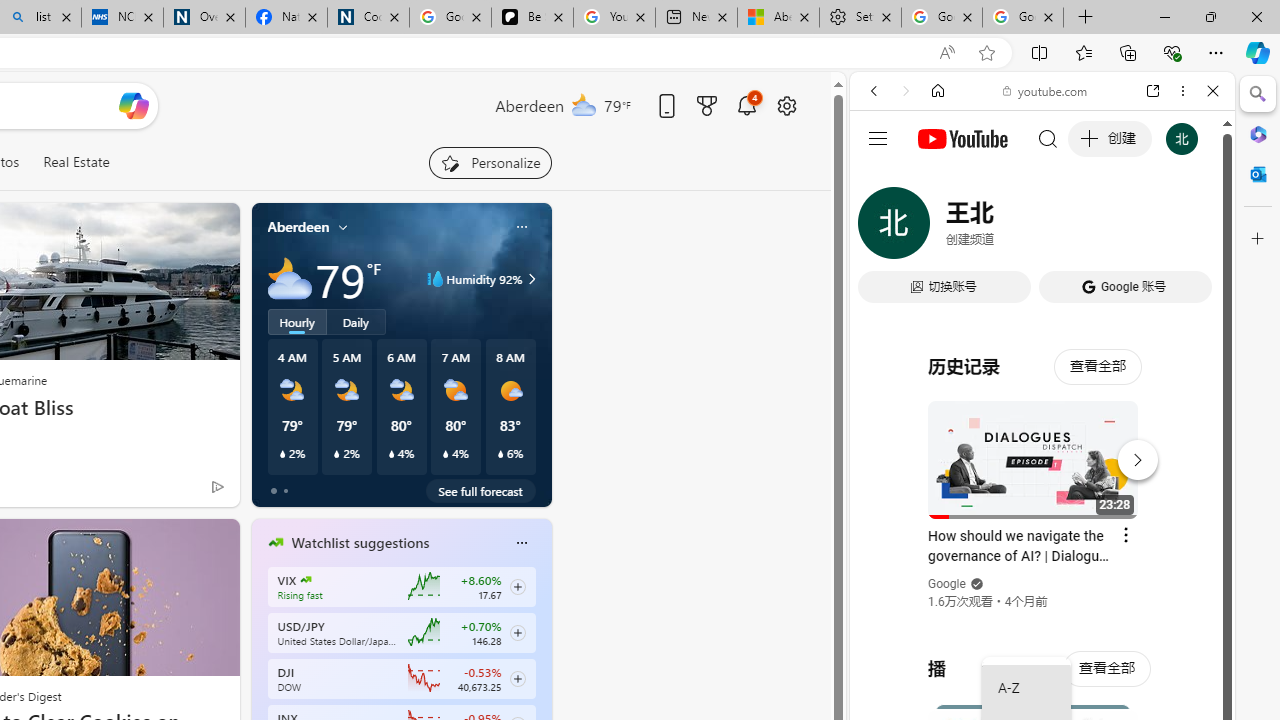 Image resolution: width=1280 pixels, height=720 pixels. Describe the element at coordinates (1041, 445) in the screenshot. I see `'#you'` at that location.